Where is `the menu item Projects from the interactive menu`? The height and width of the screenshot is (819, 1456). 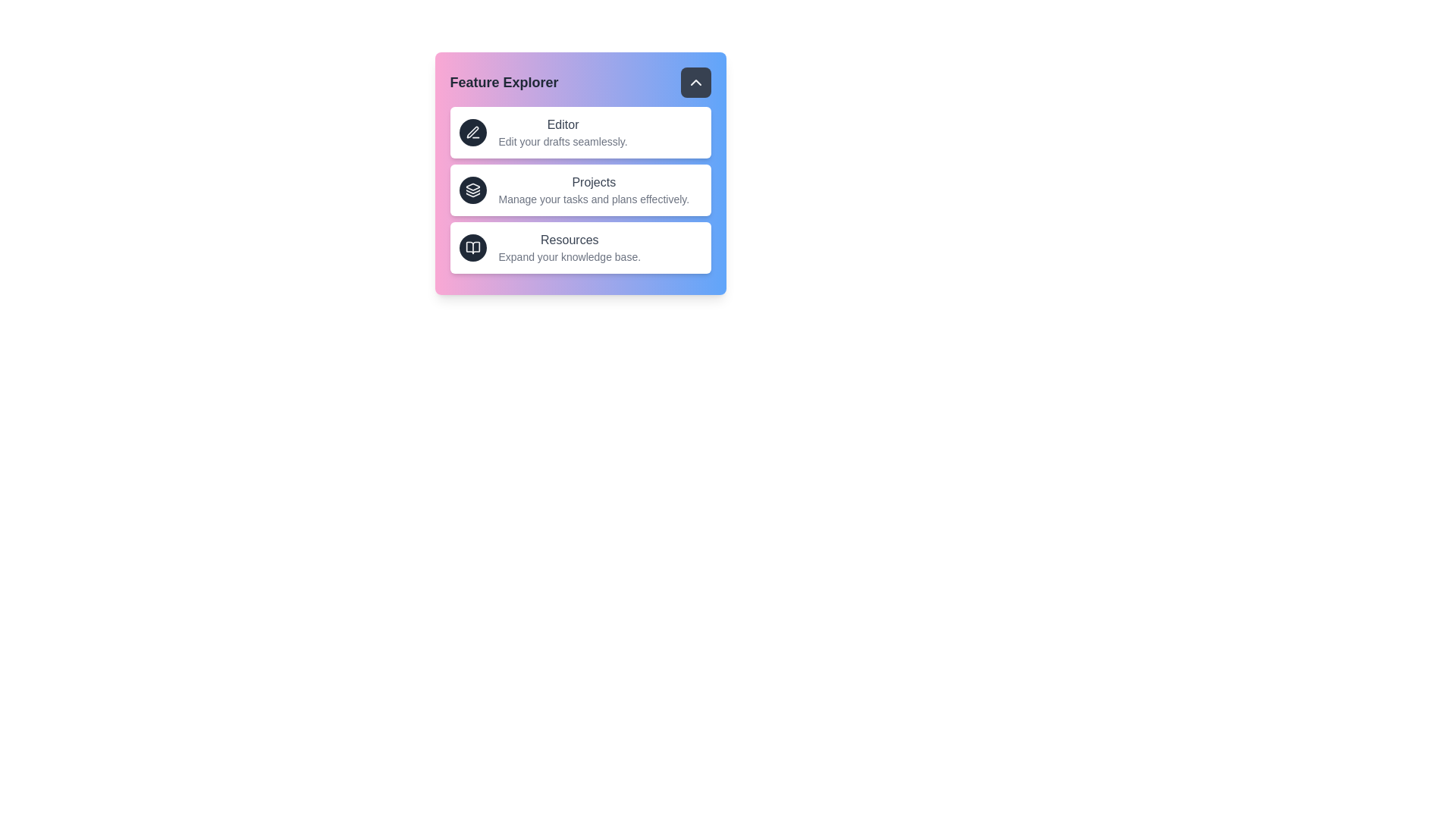 the menu item Projects from the interactive menu is located at coordinates (579, 189).